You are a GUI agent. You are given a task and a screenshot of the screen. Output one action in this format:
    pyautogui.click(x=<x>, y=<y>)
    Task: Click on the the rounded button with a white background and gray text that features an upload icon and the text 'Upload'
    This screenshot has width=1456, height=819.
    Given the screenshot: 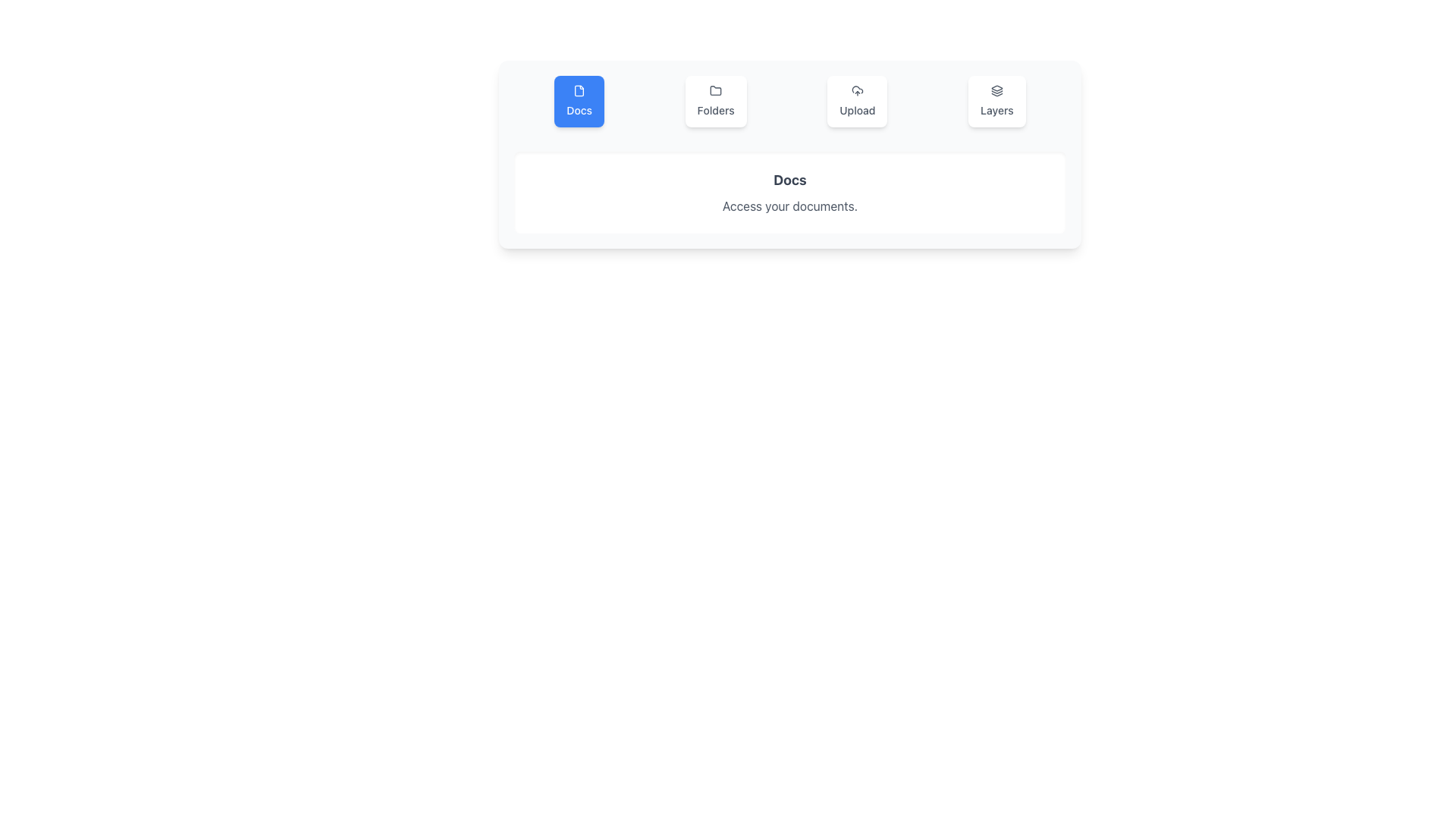 What is the action you would take?
    pyautogui.click(x=857, y=102)
    